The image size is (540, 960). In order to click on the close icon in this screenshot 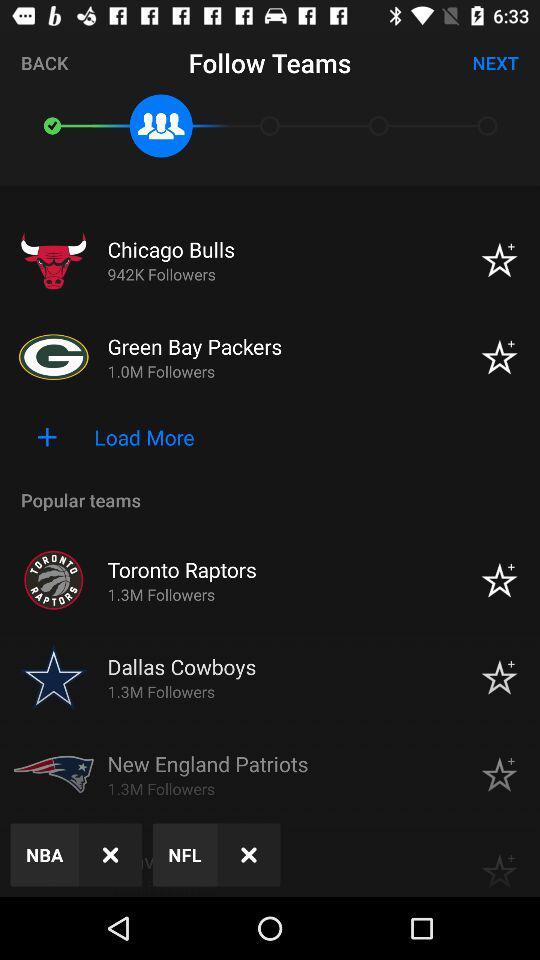, I will do `click(110, 853)`.